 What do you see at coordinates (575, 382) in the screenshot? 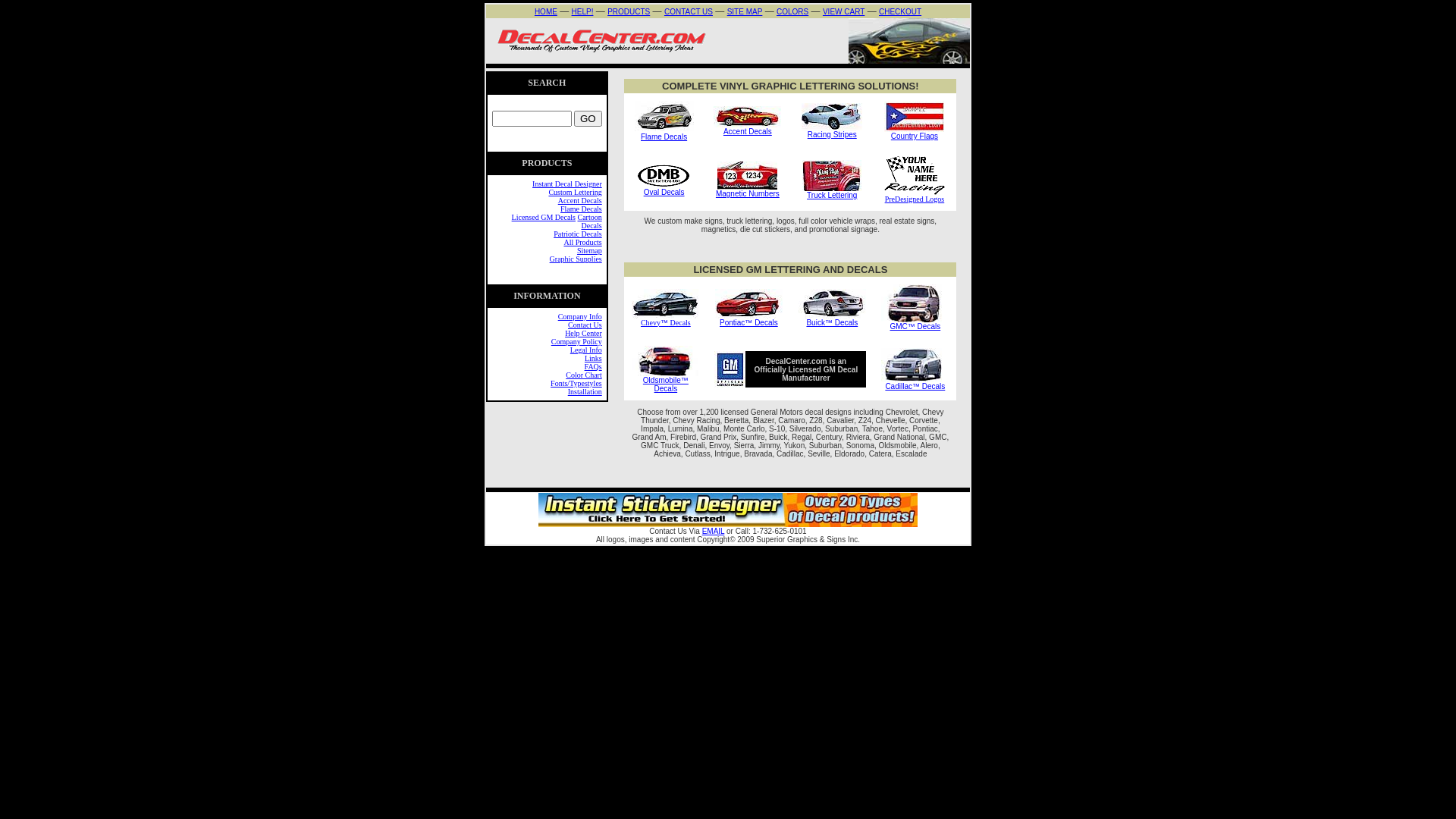
I see `'Fonts/Typestyles'` at bounding box center [575, 382].